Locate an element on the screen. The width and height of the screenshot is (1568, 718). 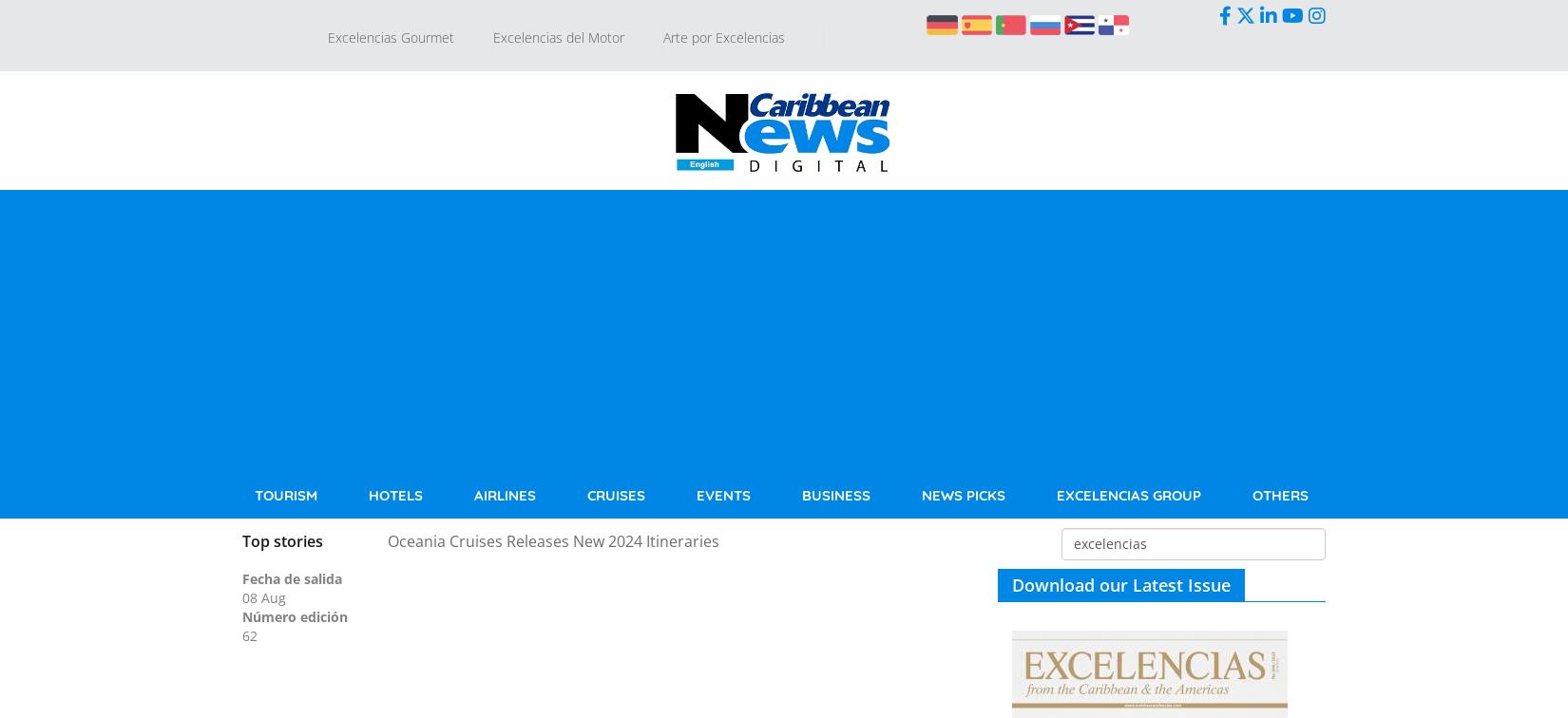
'Excelencias Group' is located at coordinates (1129, 495).